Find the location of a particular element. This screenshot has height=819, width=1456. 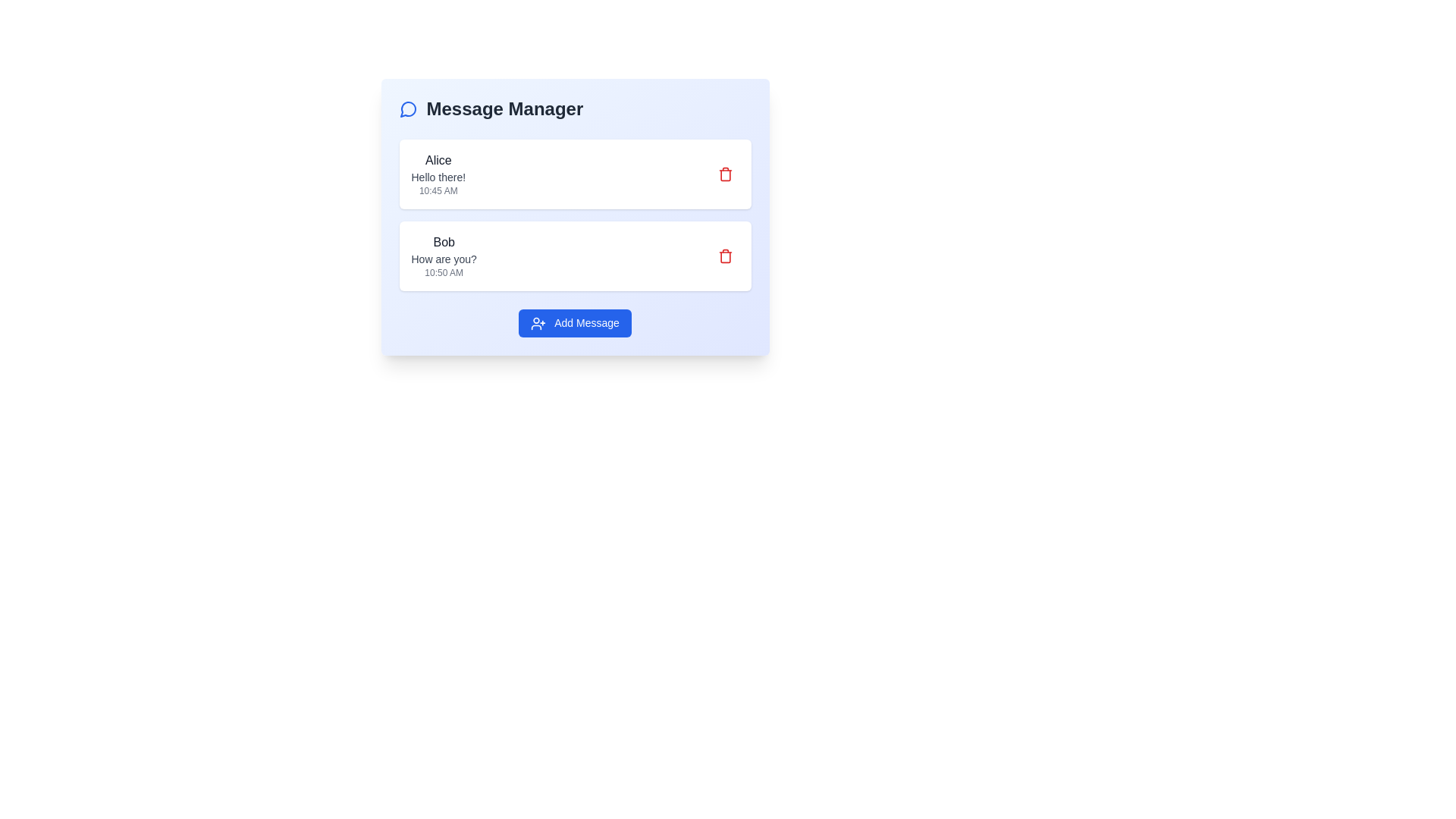

timestamp displayed as '10:50 AM' in a small-sized light gray font located beneath the message text and username 'Bob' in the message interface is located at coordinates (443, 271).